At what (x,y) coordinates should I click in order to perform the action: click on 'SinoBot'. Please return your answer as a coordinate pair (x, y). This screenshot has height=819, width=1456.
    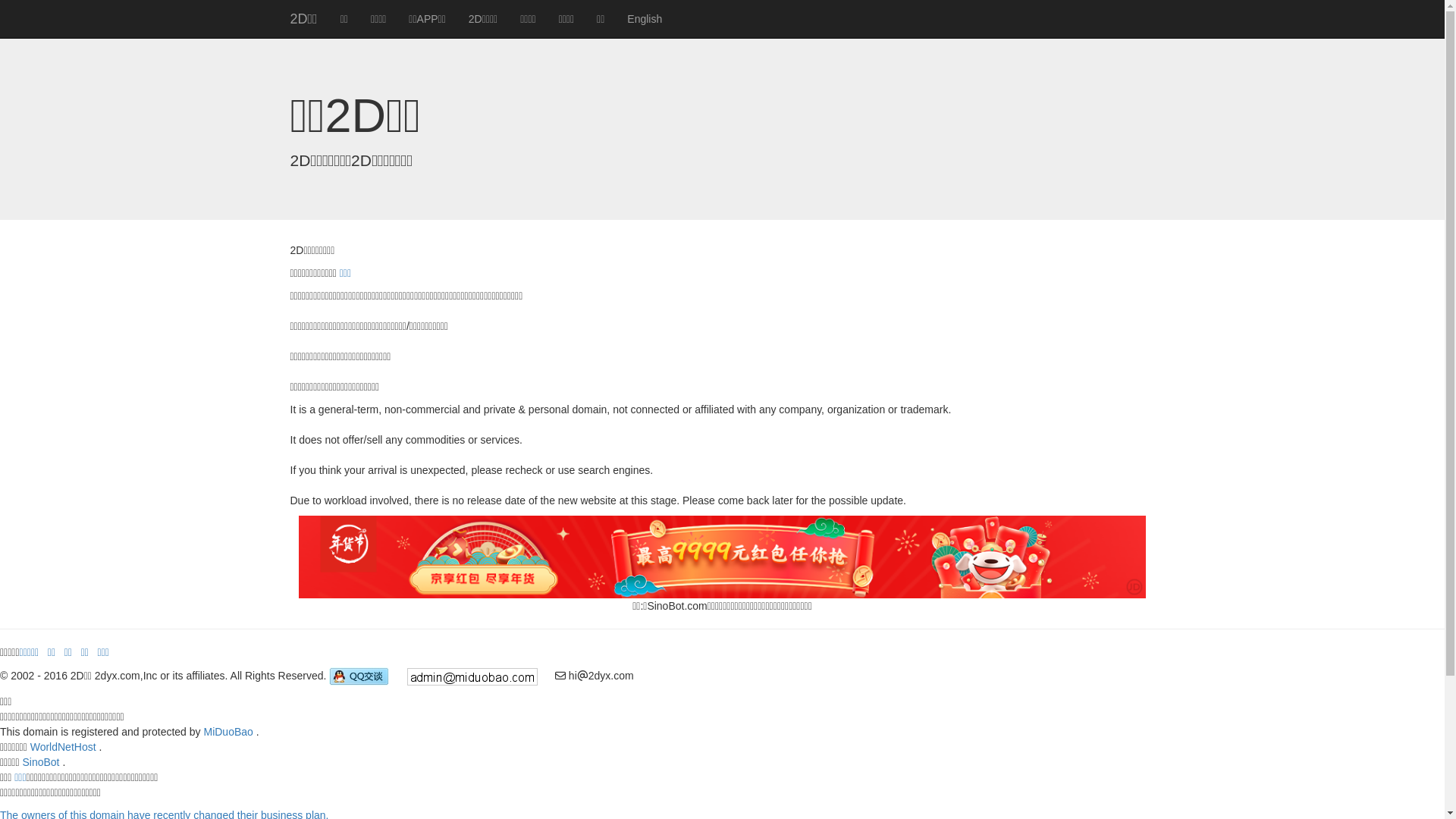
    Looking at the image, I should click on (40, 762).